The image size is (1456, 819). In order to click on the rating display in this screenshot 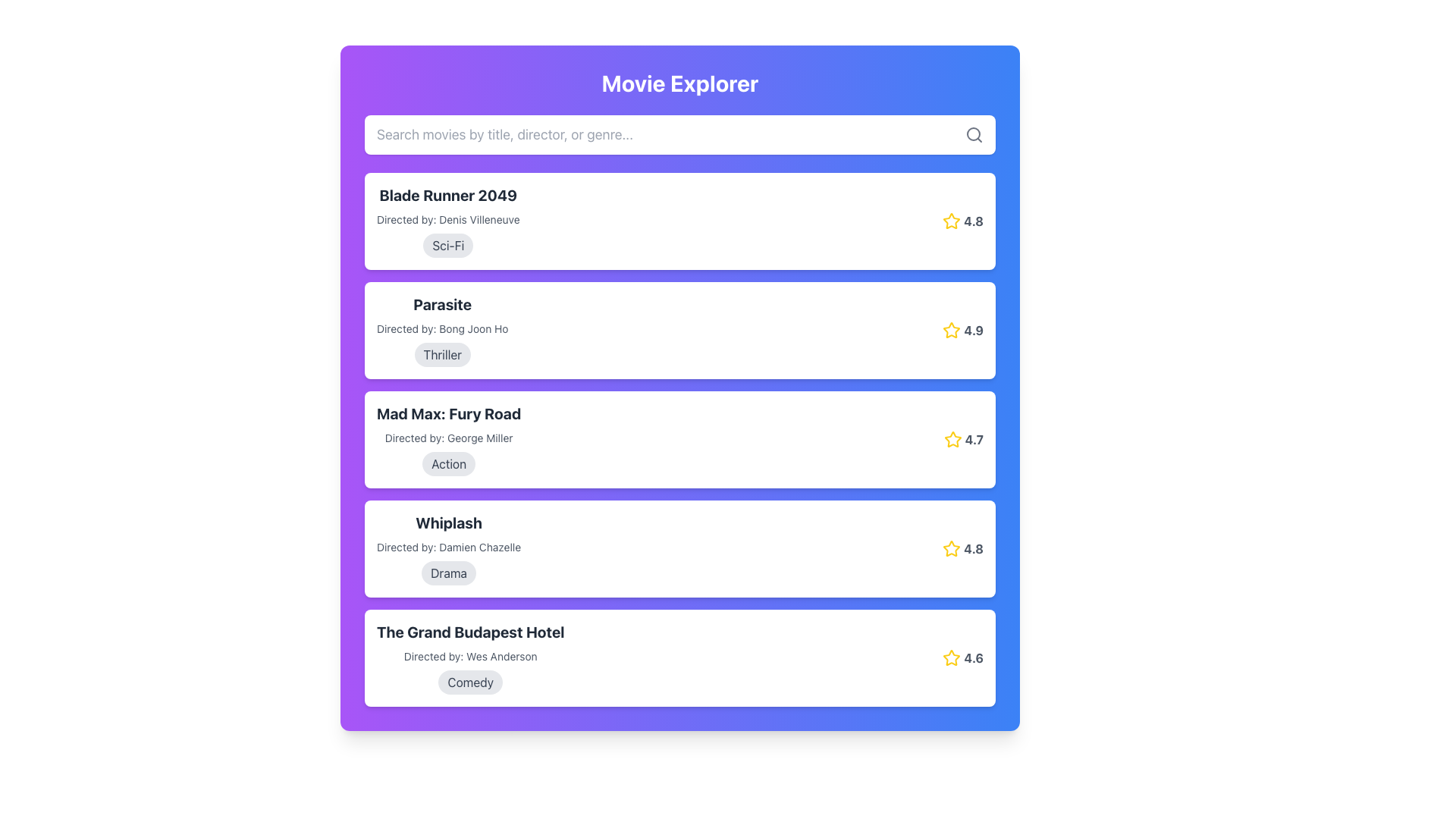, I will do `click(962, 549)`.